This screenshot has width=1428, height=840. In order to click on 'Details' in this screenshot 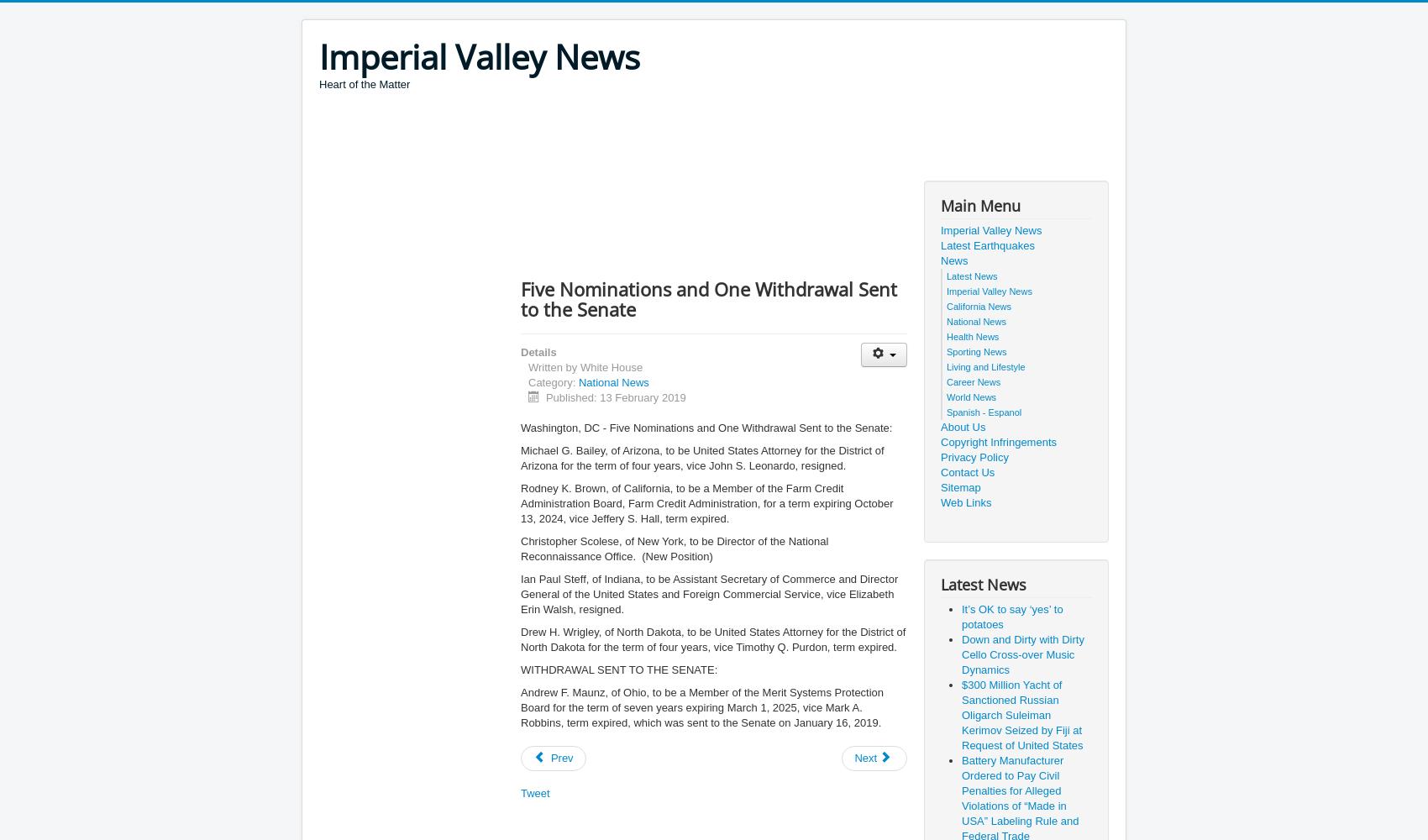, I will do `click(538, 352)`.